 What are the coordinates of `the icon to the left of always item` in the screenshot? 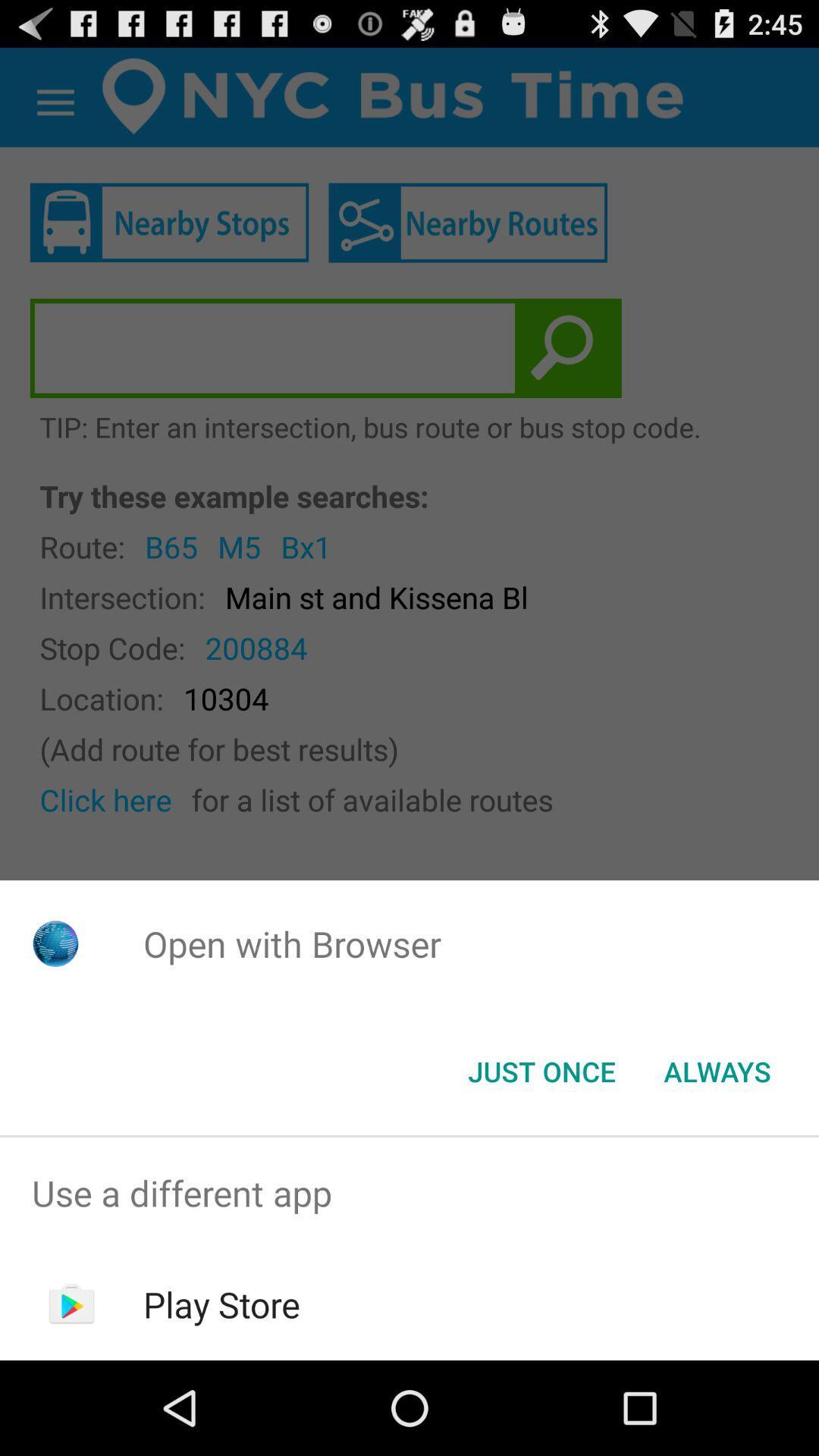 It's located at (541, 1070).